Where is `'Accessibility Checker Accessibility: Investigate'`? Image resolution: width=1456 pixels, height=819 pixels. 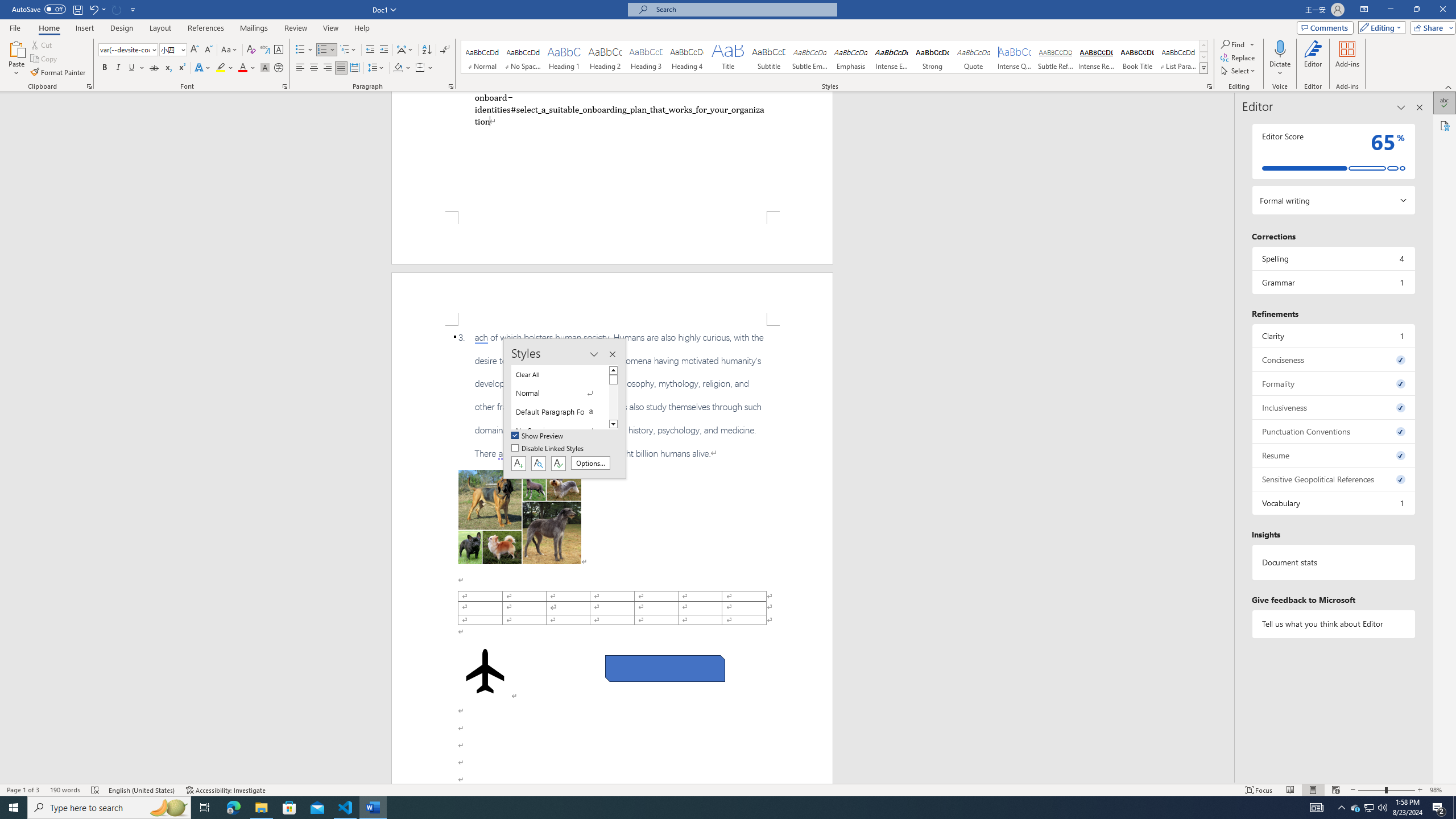 'Accessibility Checker Accessibility: Investigate' is located at coordinates (226, 790).